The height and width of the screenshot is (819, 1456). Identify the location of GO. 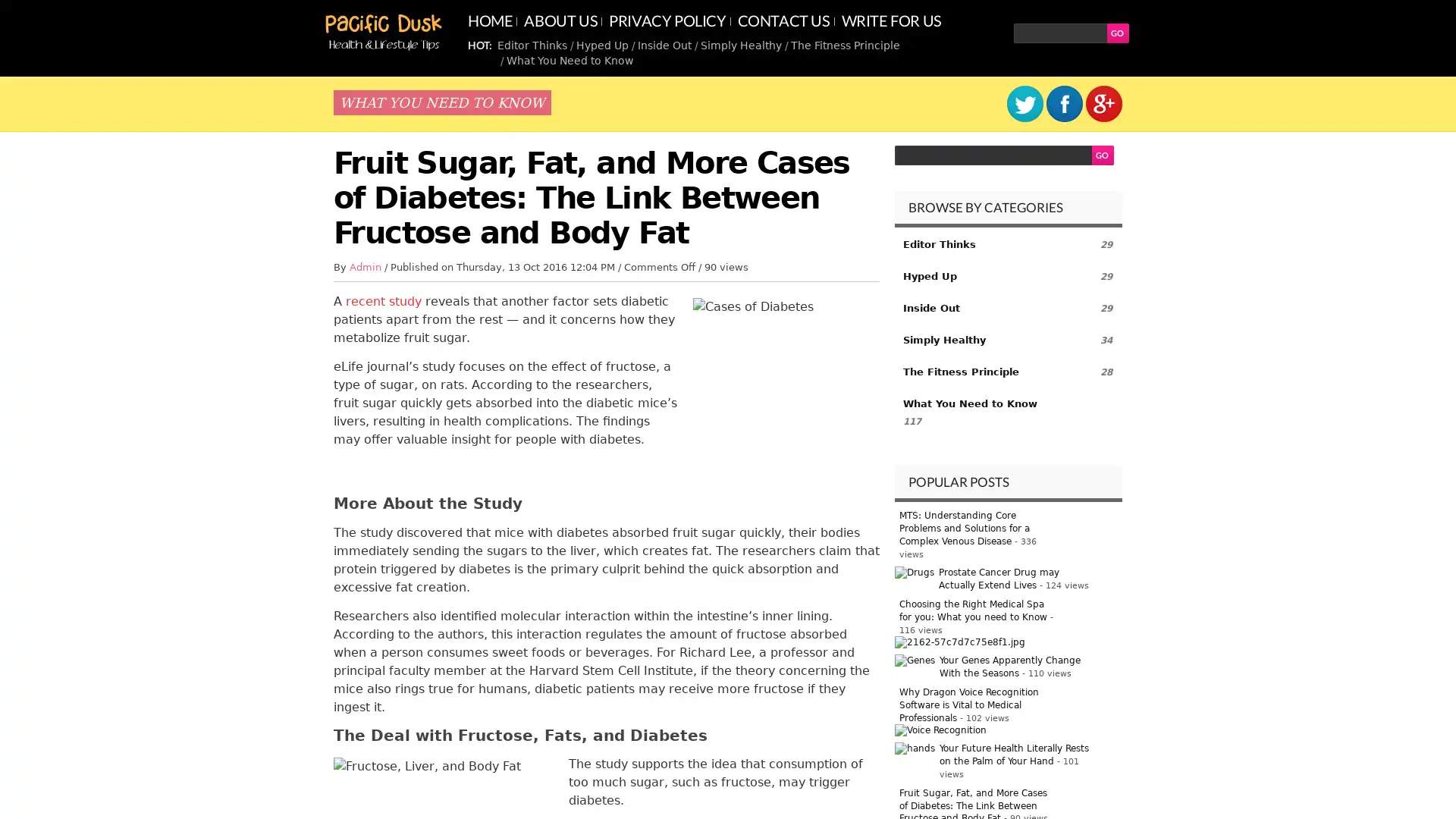
(1103, 155).